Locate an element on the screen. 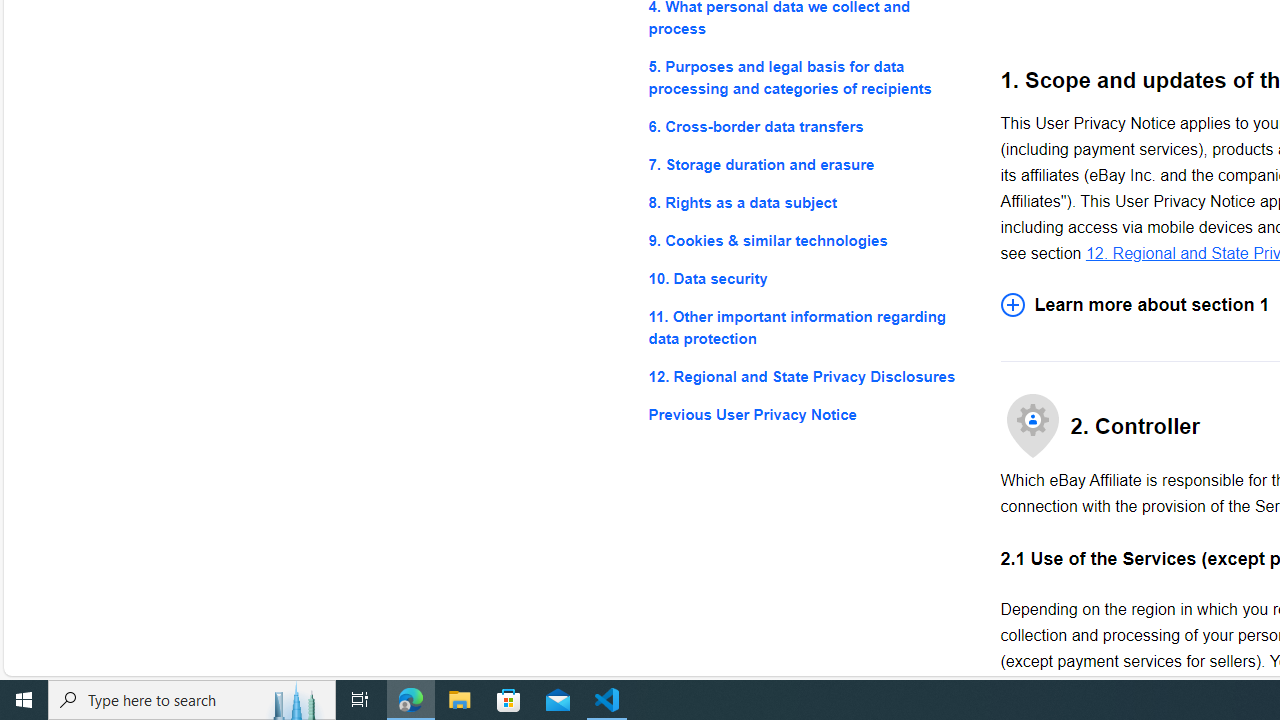 Image resolution: width=1280 pixels, height=720 pixels. '10. Data security' is located at coordinates (808, 279).